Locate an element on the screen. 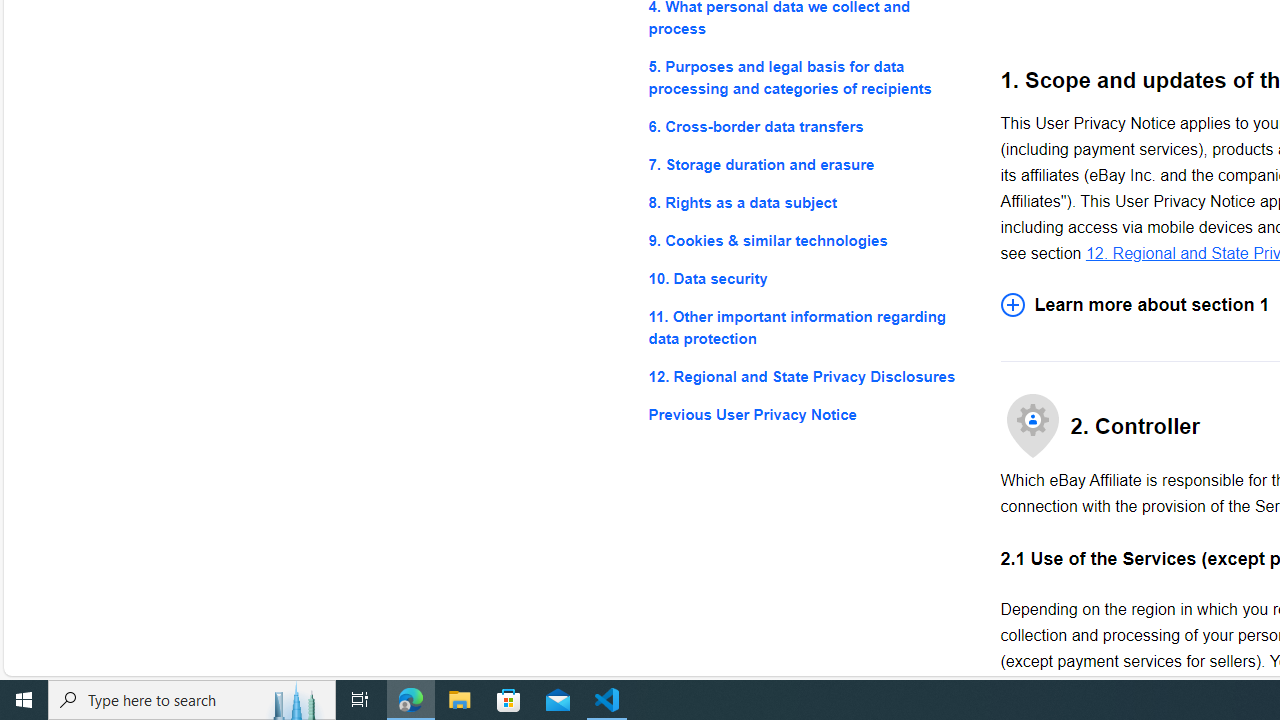 Image resolution: width=1280 pixels, height=720 pixels. '10. Data security' is located at coordinates (808, 279).